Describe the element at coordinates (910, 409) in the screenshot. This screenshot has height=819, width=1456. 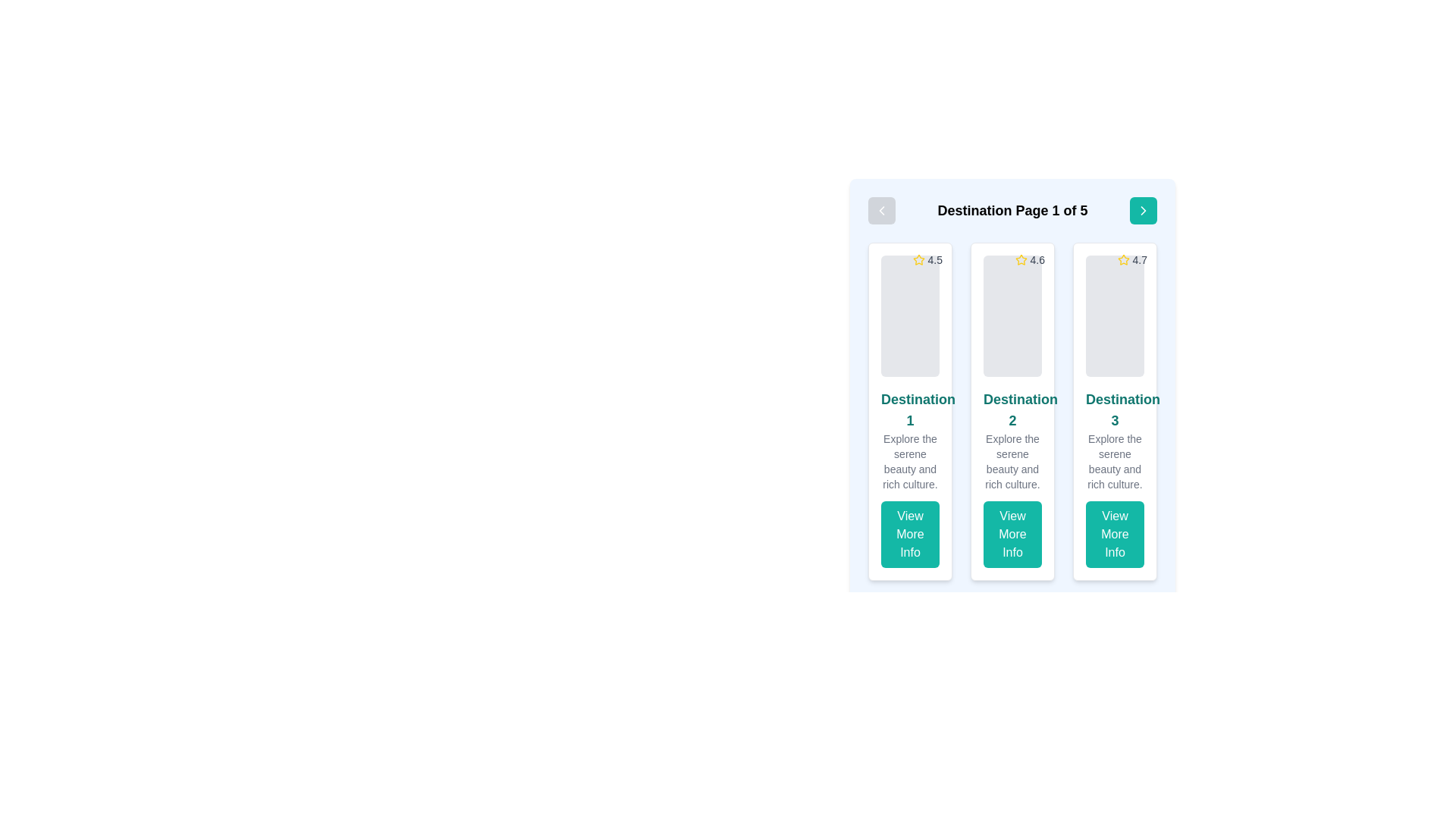
I see `the text label reading 'Destination 1', which is bold and teal-colored, positioned below an image placeholder within a bordered card` at that location.